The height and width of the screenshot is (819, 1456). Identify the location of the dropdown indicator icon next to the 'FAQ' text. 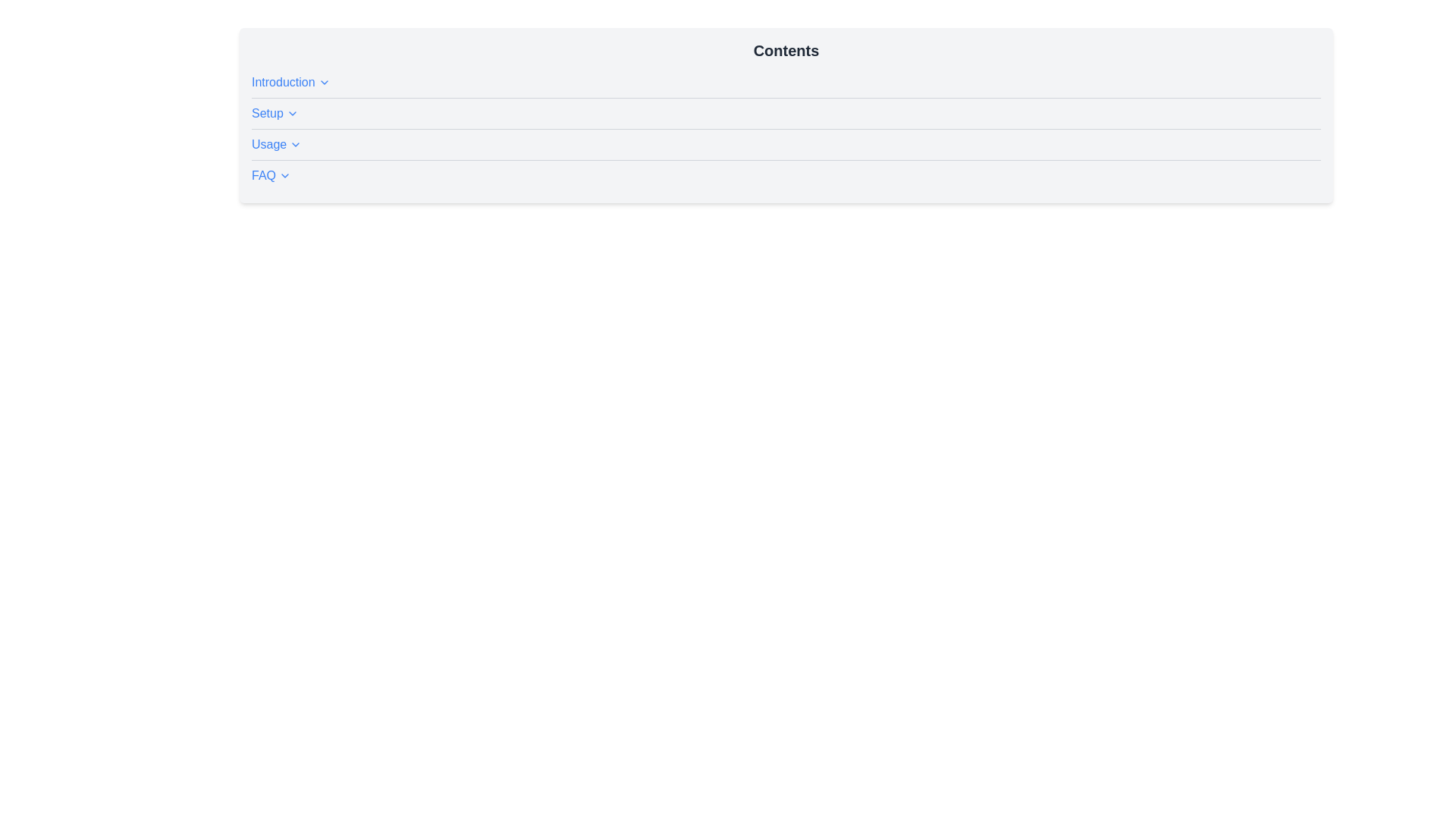
(284, 174).